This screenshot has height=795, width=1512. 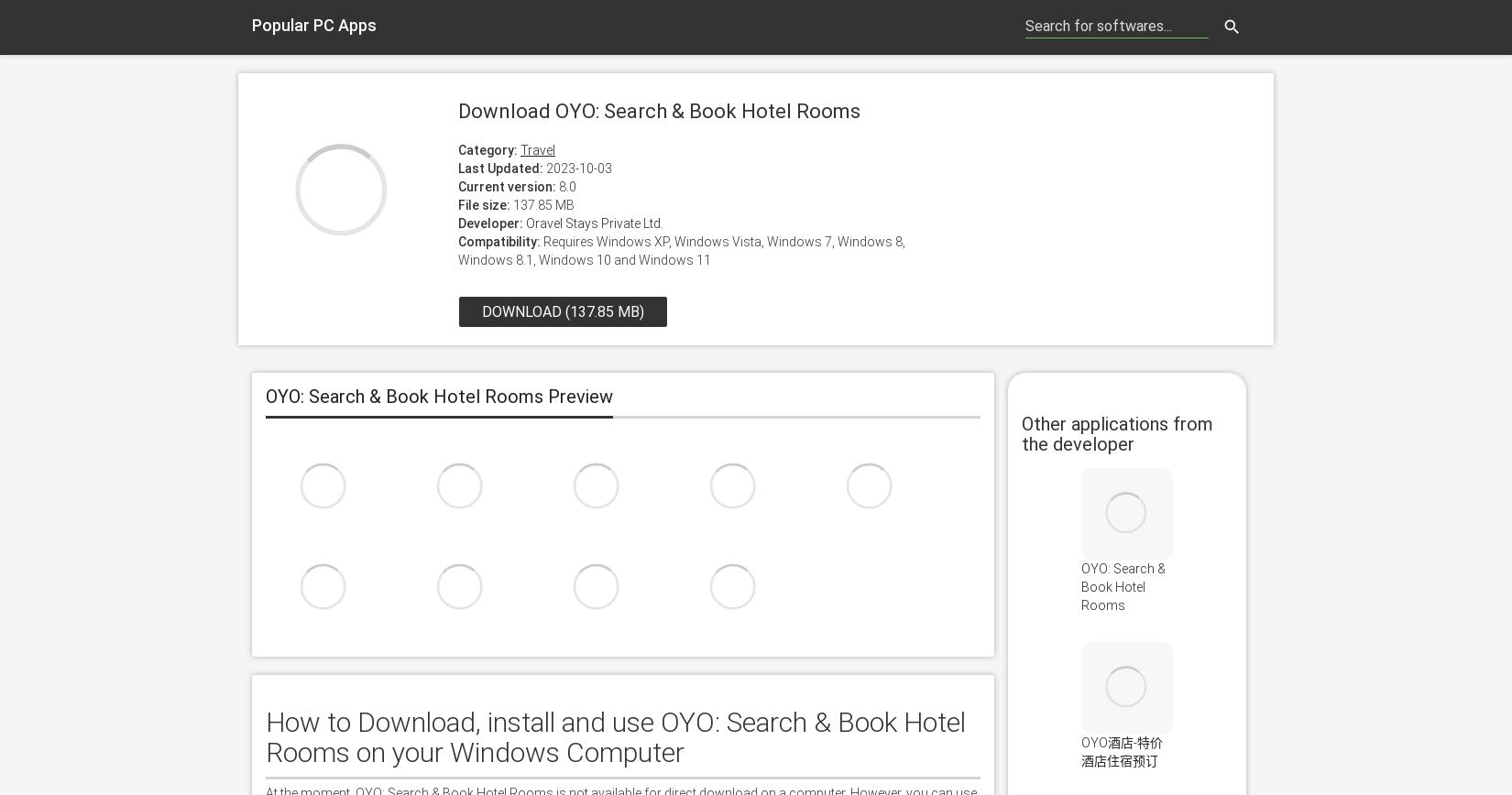 I want to click on 'Category:', so click(x=487, y=149).